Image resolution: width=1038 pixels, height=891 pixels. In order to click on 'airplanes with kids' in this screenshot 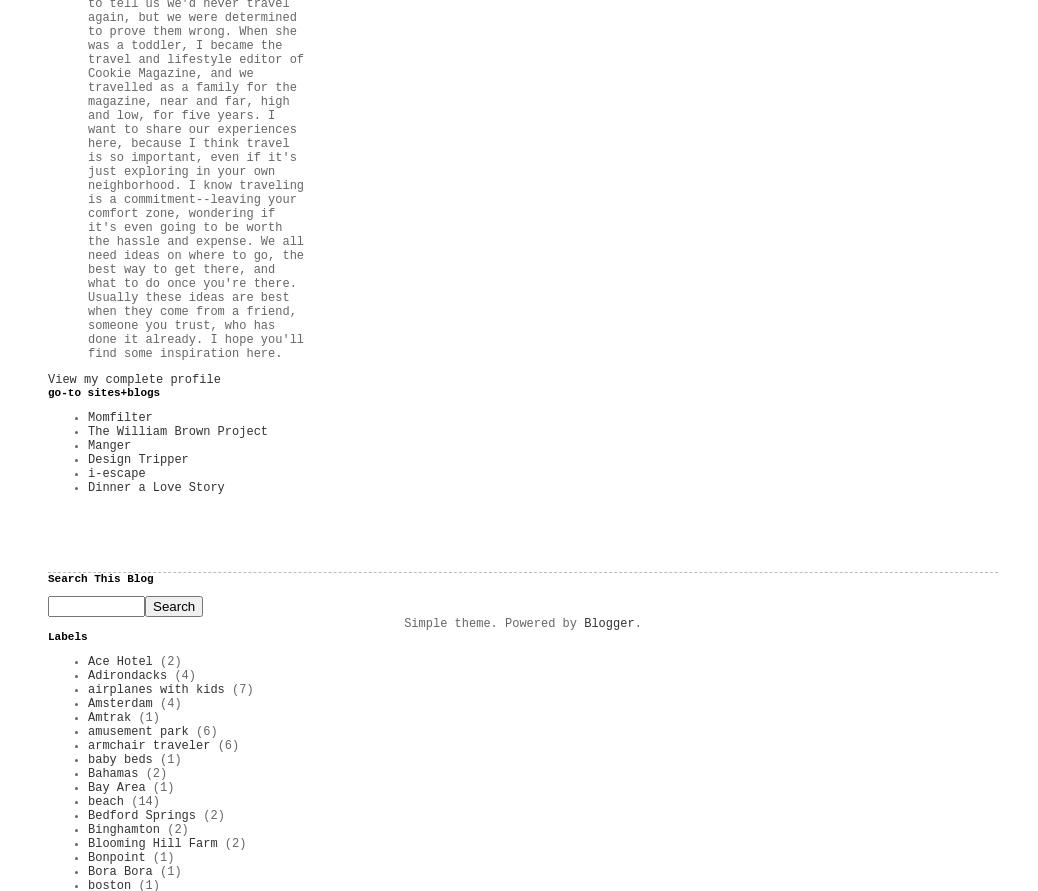, I will do `click(155, 688)`.